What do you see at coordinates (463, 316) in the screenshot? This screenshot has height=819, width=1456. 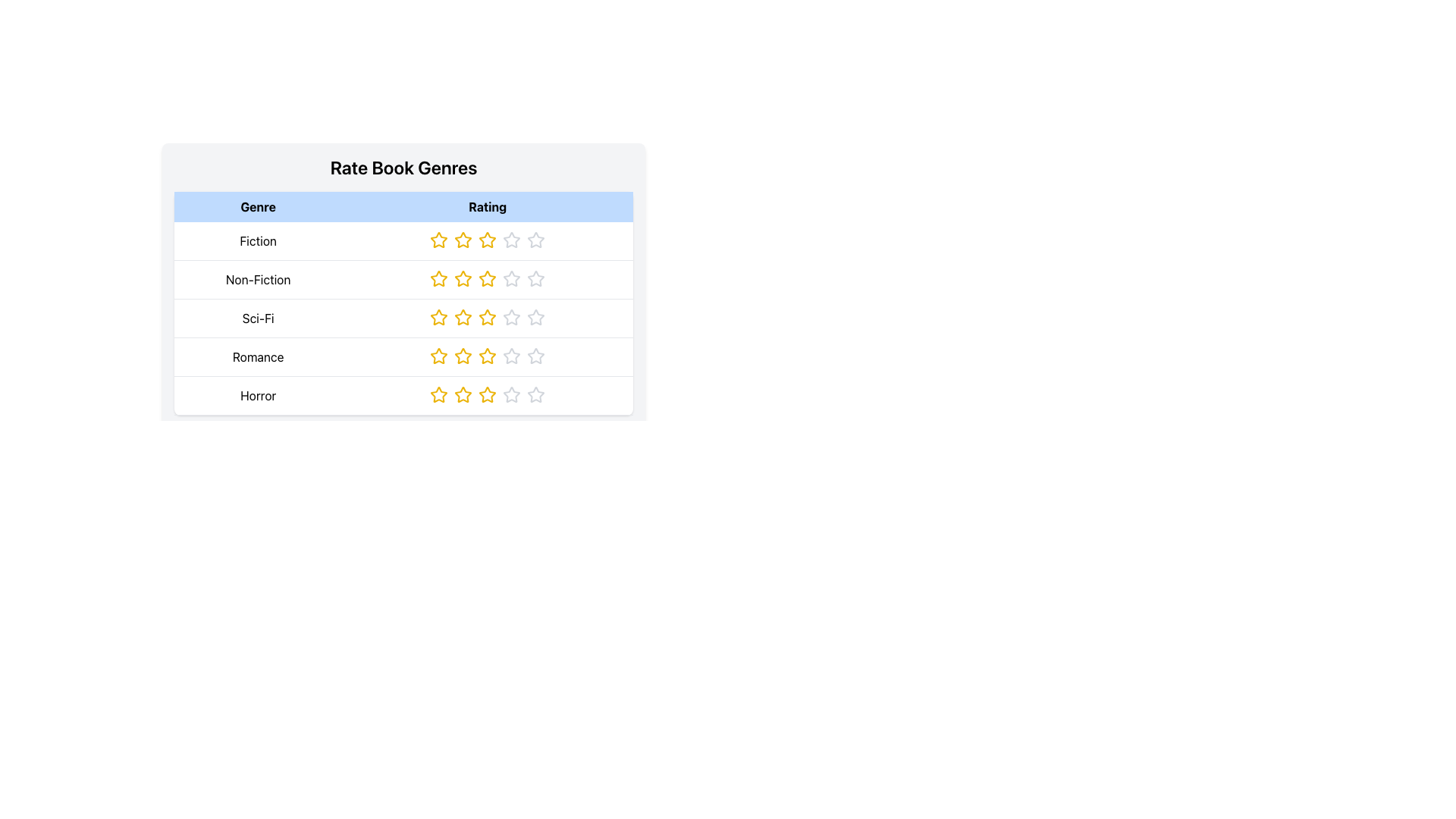 I see `the third interactive rating star in the 'Sci-Fi' row of the rating interface` at bounding box center [463, 316].